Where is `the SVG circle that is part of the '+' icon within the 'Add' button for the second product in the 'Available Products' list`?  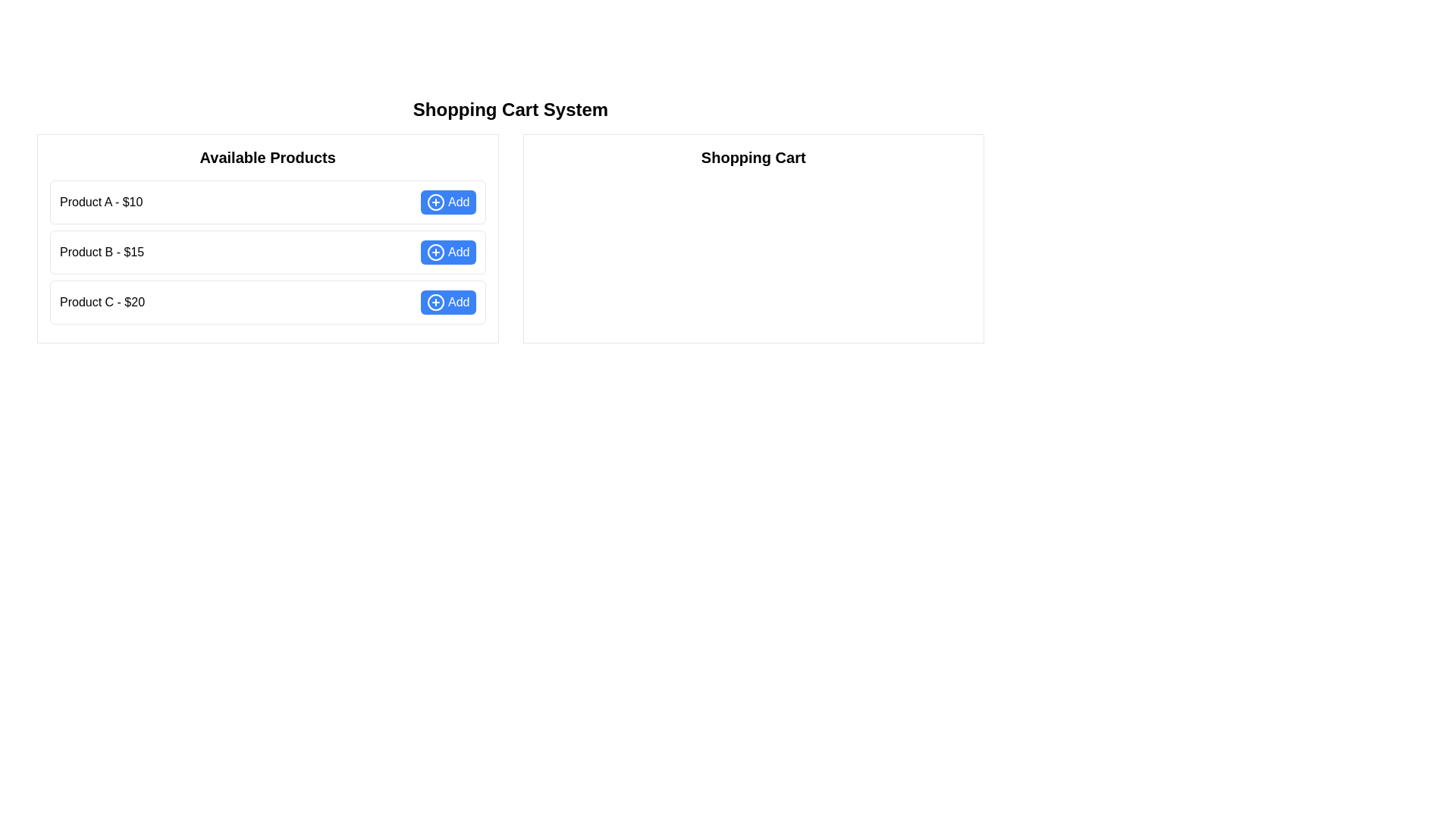 the SVG circle that is part of the '+' icon within the 'Add' button for the second product in the 'Available Products' list is located at coordinates (435, 251).